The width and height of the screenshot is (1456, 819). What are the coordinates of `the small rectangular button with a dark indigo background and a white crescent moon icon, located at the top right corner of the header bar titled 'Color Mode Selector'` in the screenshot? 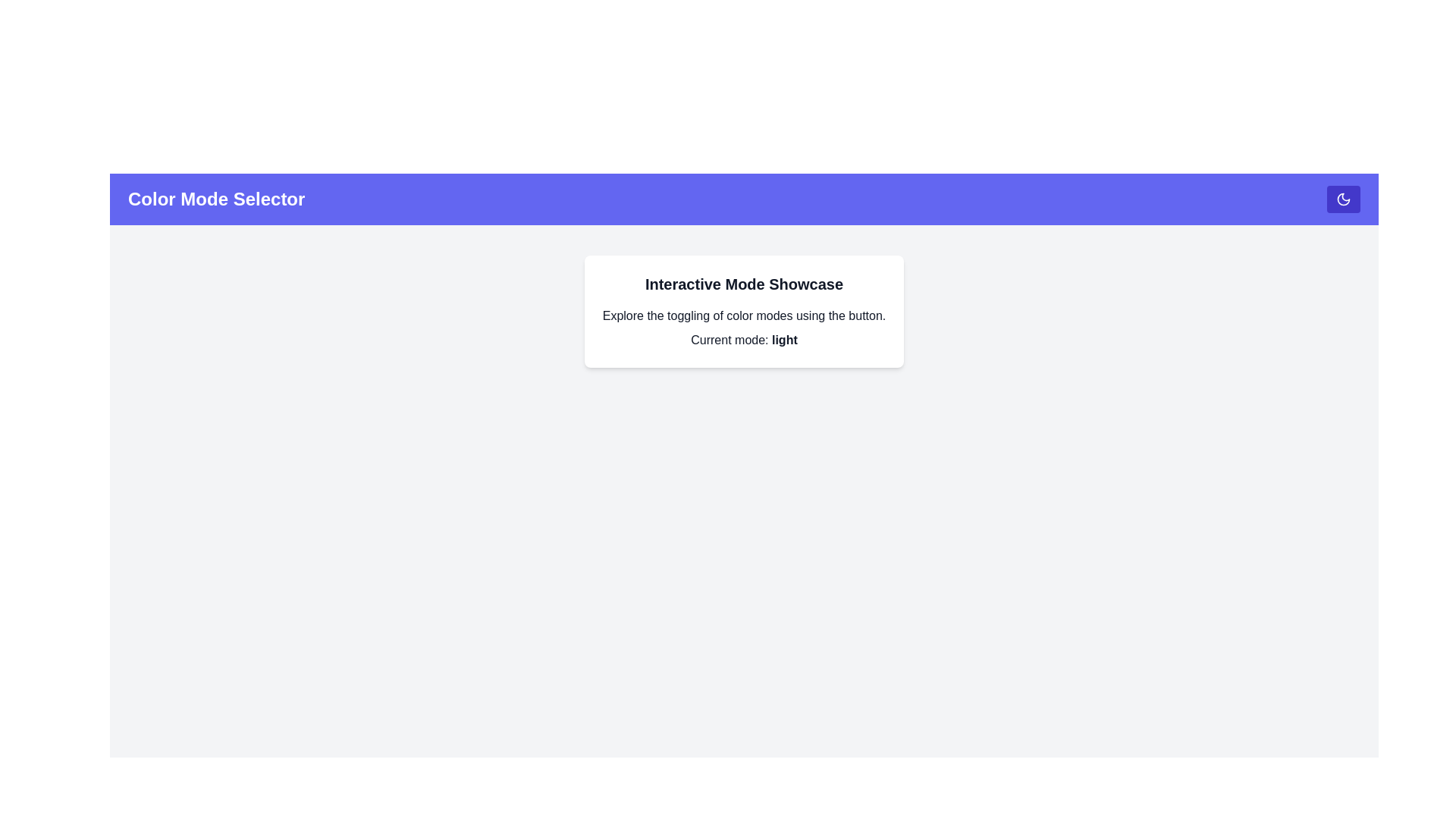 It's located at (1343, 198).